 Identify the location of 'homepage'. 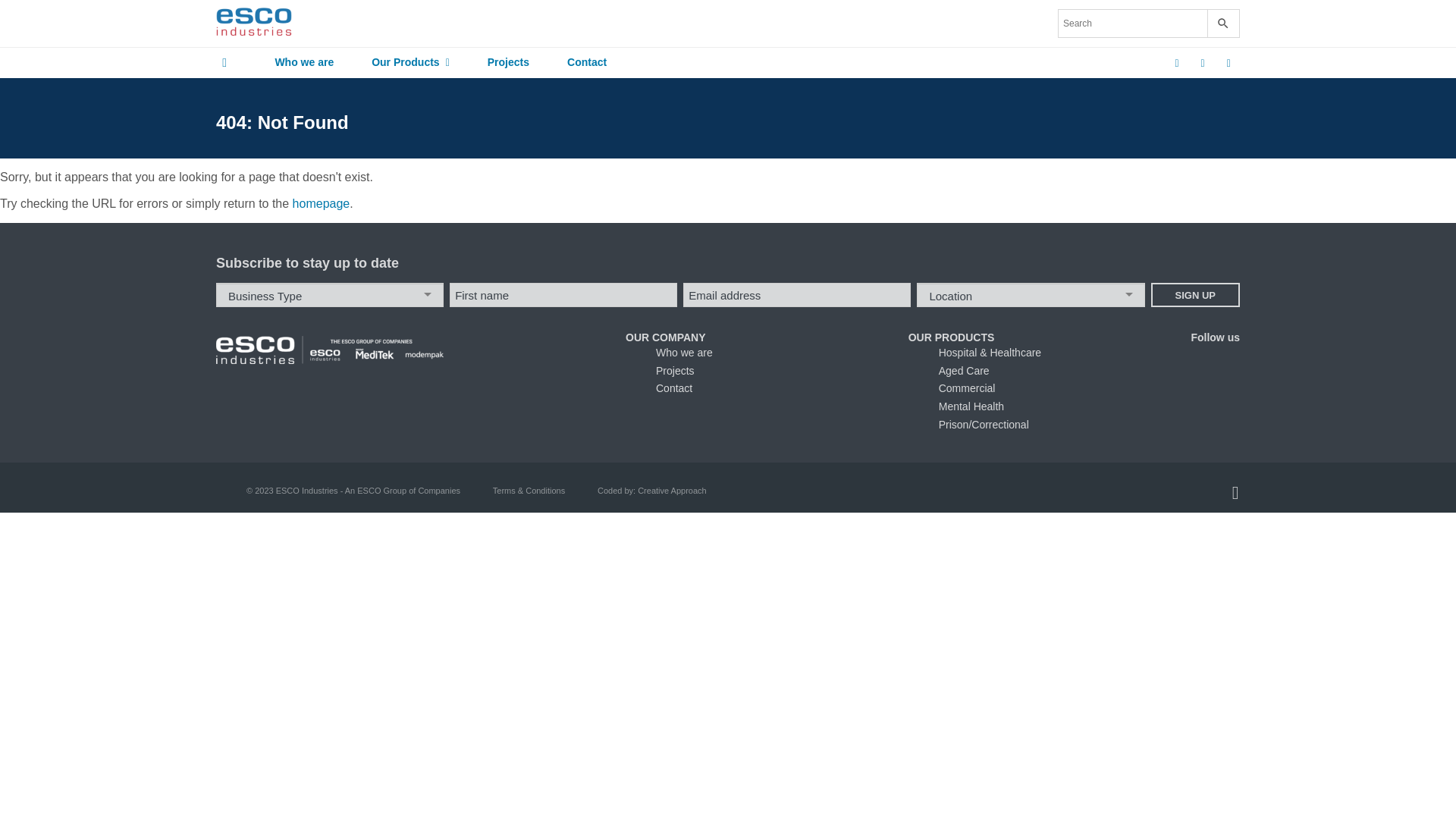
(320, 202).